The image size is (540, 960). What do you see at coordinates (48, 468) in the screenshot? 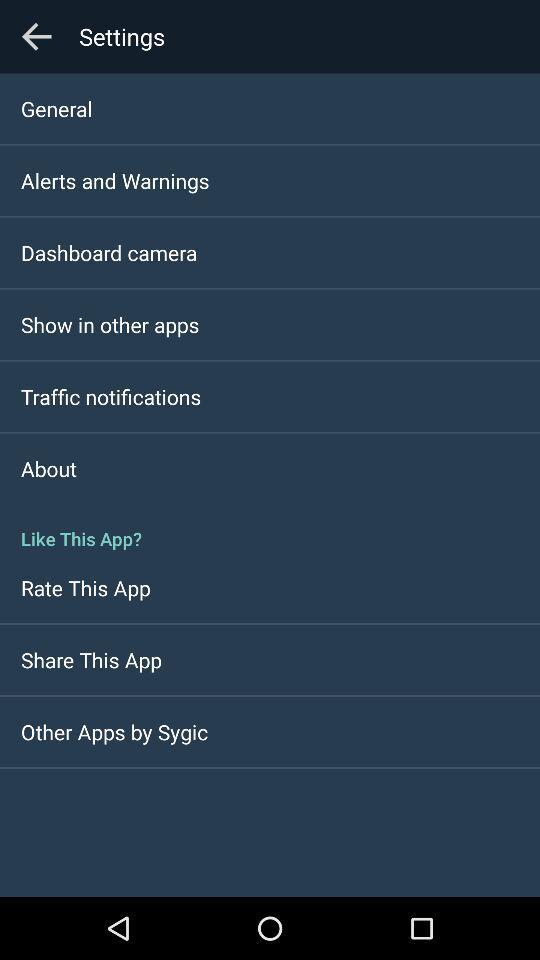
I see `the item above the like this app? item` at bounding box center [48, 468].